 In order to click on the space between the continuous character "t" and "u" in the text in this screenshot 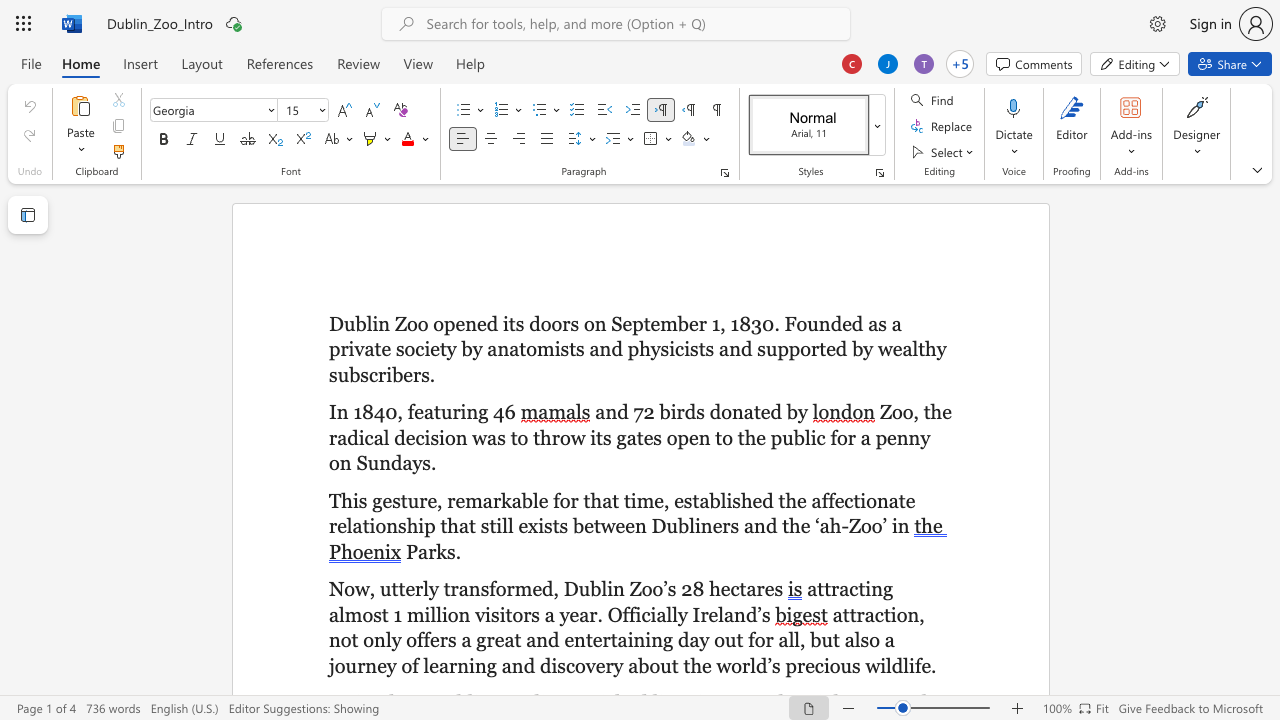, I will do `click(440, 411)`.